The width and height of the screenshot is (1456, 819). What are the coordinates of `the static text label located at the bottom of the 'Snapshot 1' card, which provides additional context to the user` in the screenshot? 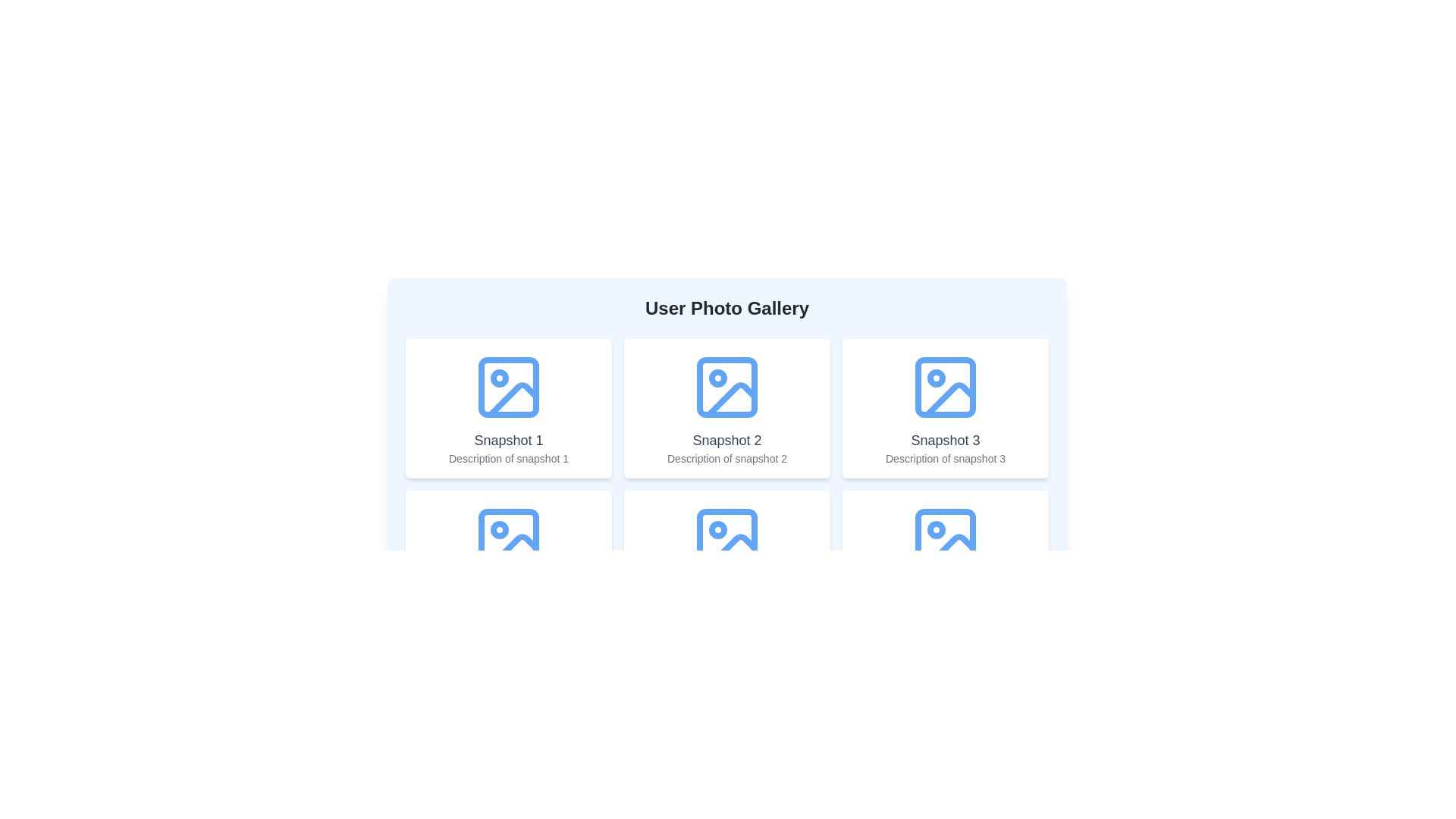 It's located at (509, 458).